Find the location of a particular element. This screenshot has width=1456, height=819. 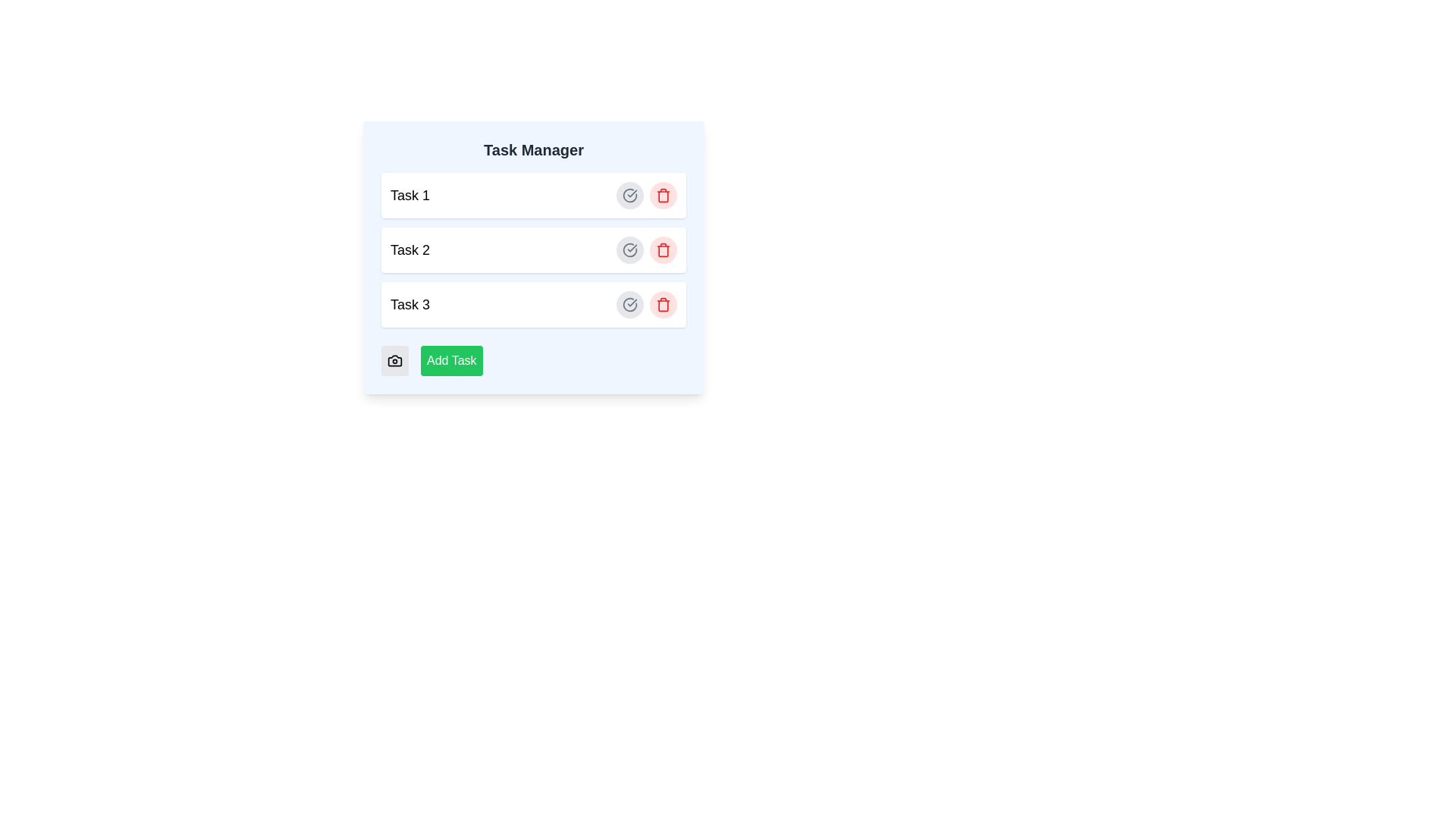

the circular icon with a checkmark inside, which has a gray outline and a transparent center, located next to the 'Task 2' label in the task list interface is located at coordinates (629, 249).